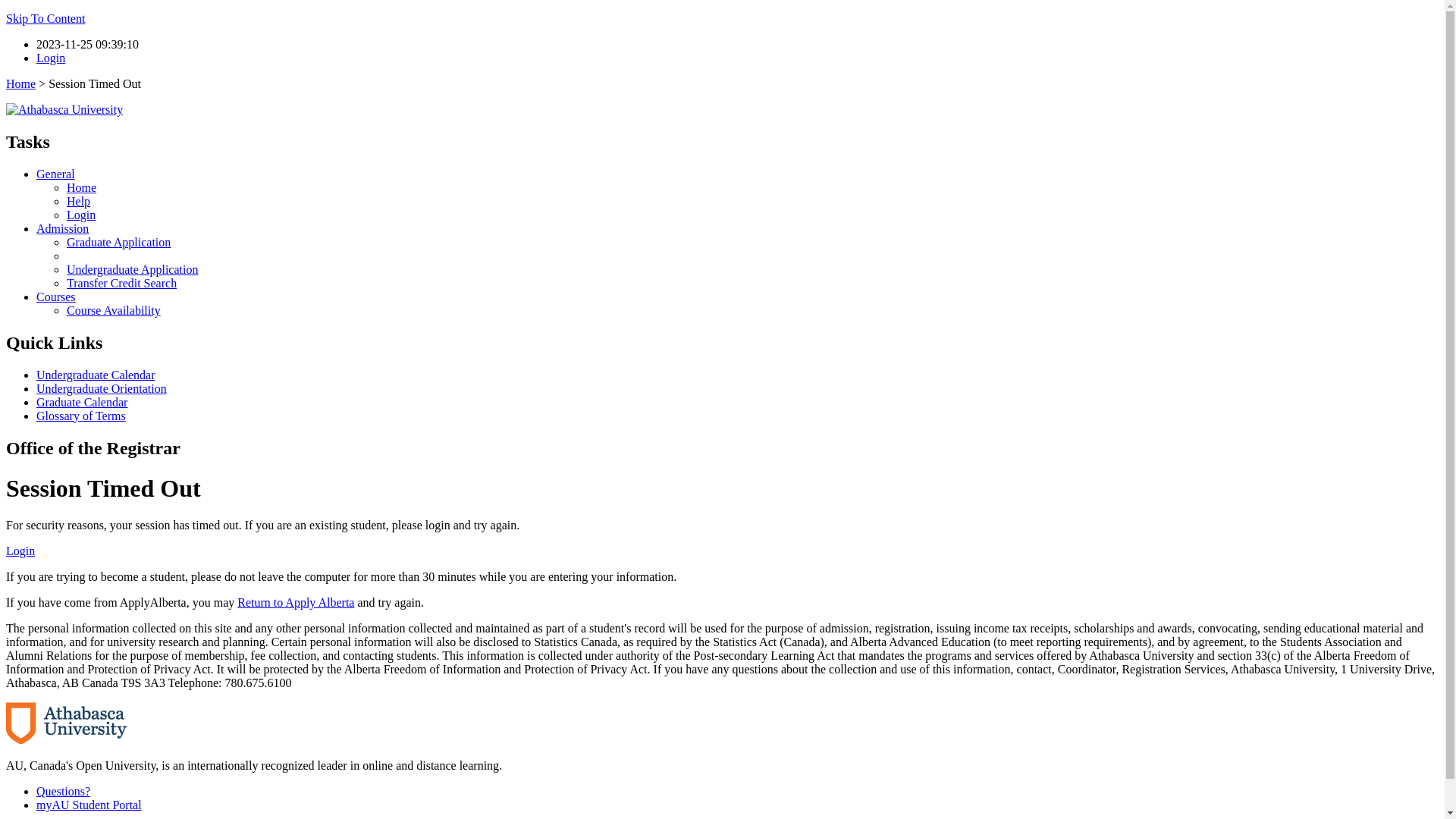 The image size is (1456, 819). Describe the element at coordinates (88, 804) in the screenshot. I see `'myAU Student Portal'` at that location.